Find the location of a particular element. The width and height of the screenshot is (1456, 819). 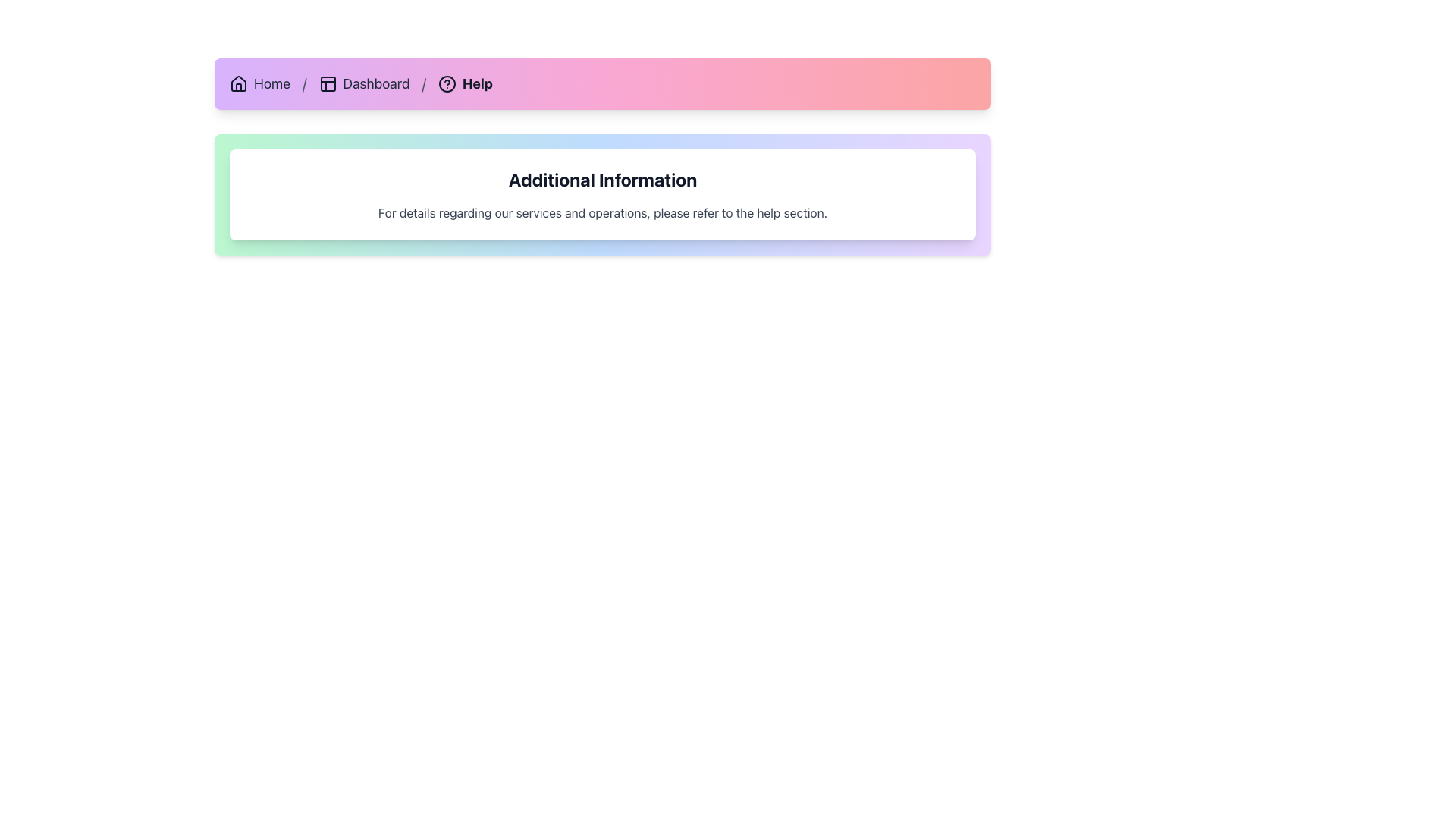

the 'Help' breadcrumb navigation item, which is the third item in the breadcrumb bar located at the top center of the page is located at coordinates (465, 84).